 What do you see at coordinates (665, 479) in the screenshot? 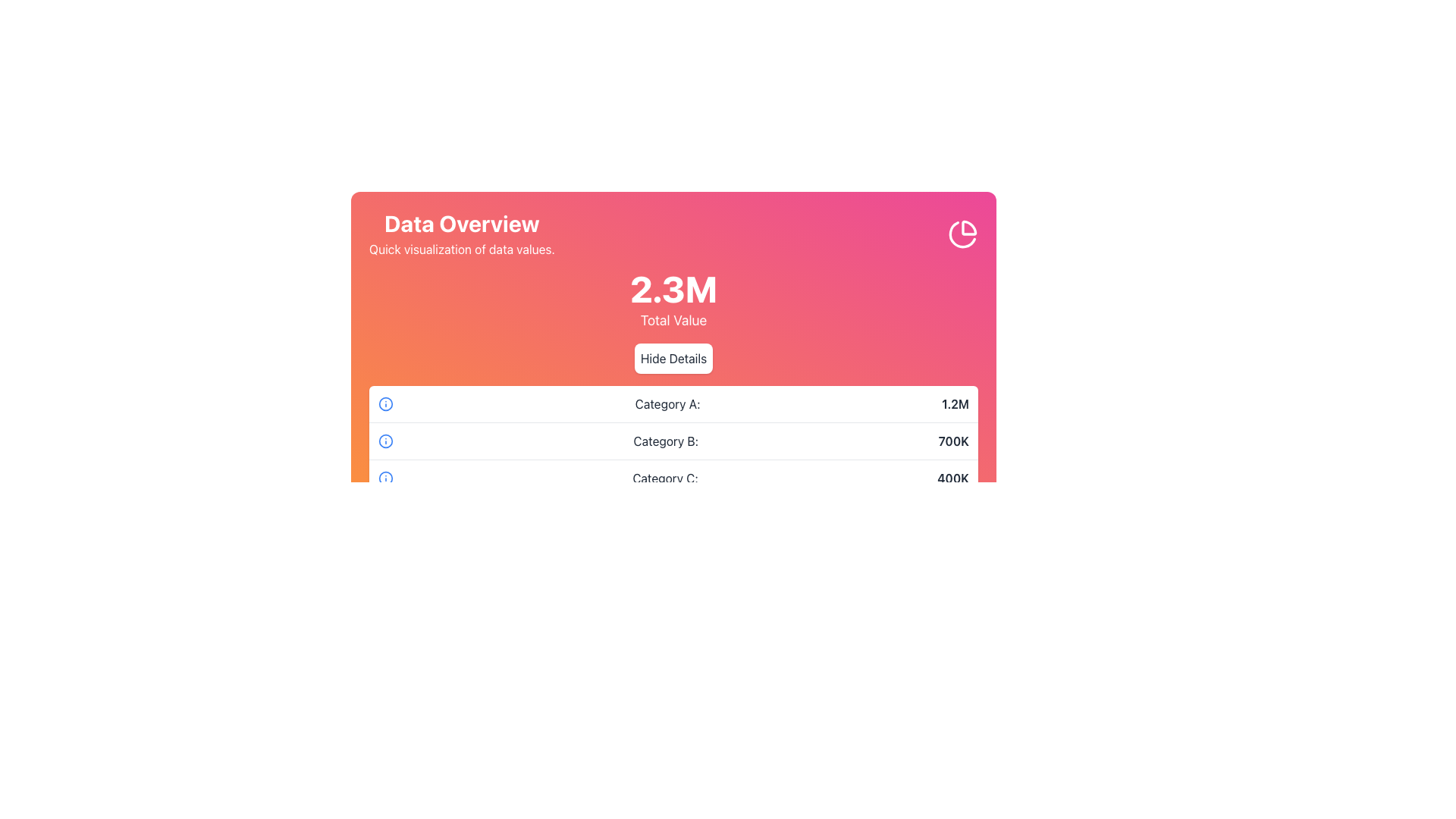
I see `text label displaying 'Category C:' which is located in the Data Overview section, specifically the last entry in the list associated with Category C` at bounding box center [665, 479].